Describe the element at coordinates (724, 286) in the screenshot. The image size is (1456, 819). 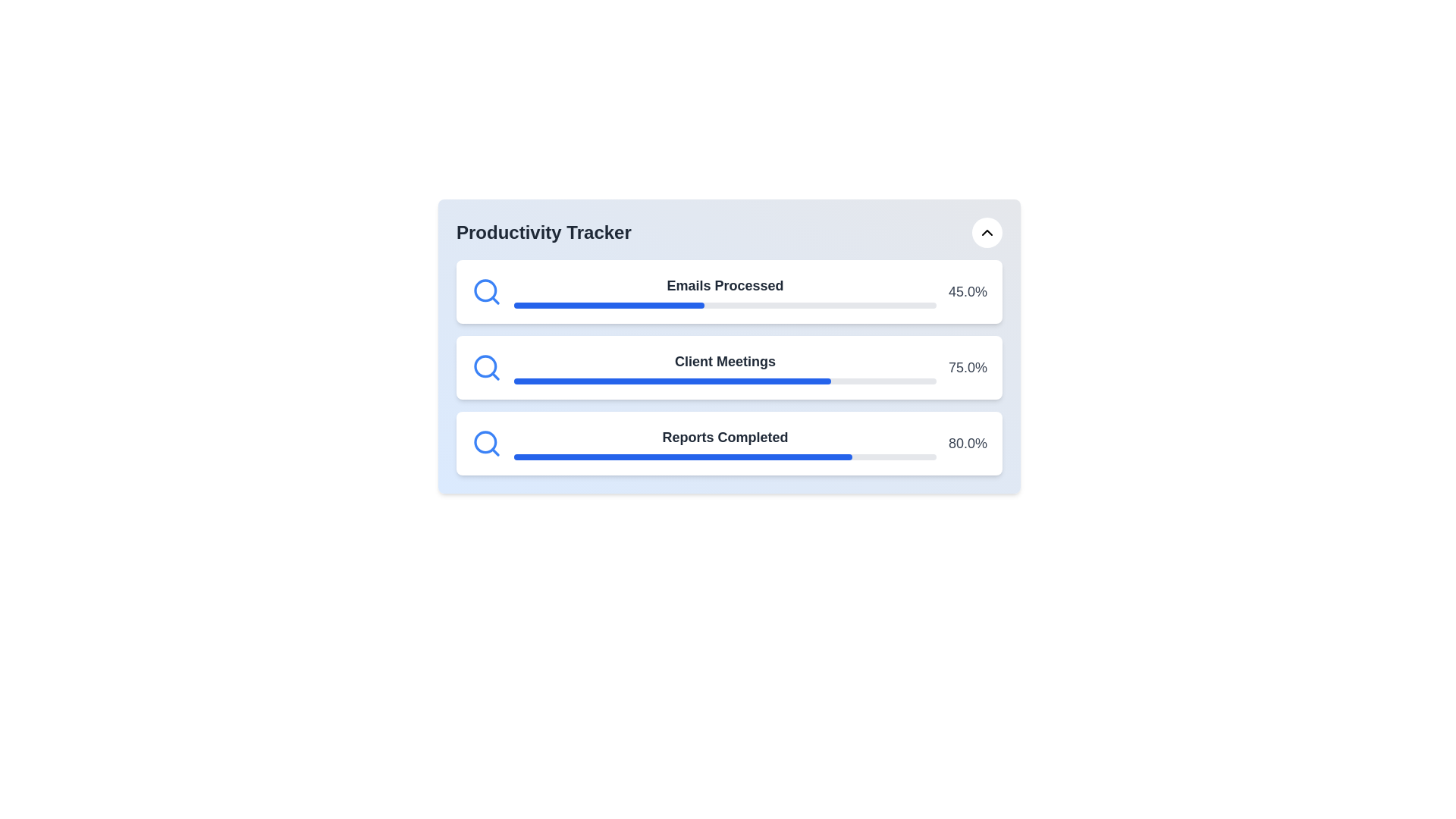
I see `the textual label 'Emails Processed' which indicates the metric being displayed above the progress bar and percentage value` at that location.